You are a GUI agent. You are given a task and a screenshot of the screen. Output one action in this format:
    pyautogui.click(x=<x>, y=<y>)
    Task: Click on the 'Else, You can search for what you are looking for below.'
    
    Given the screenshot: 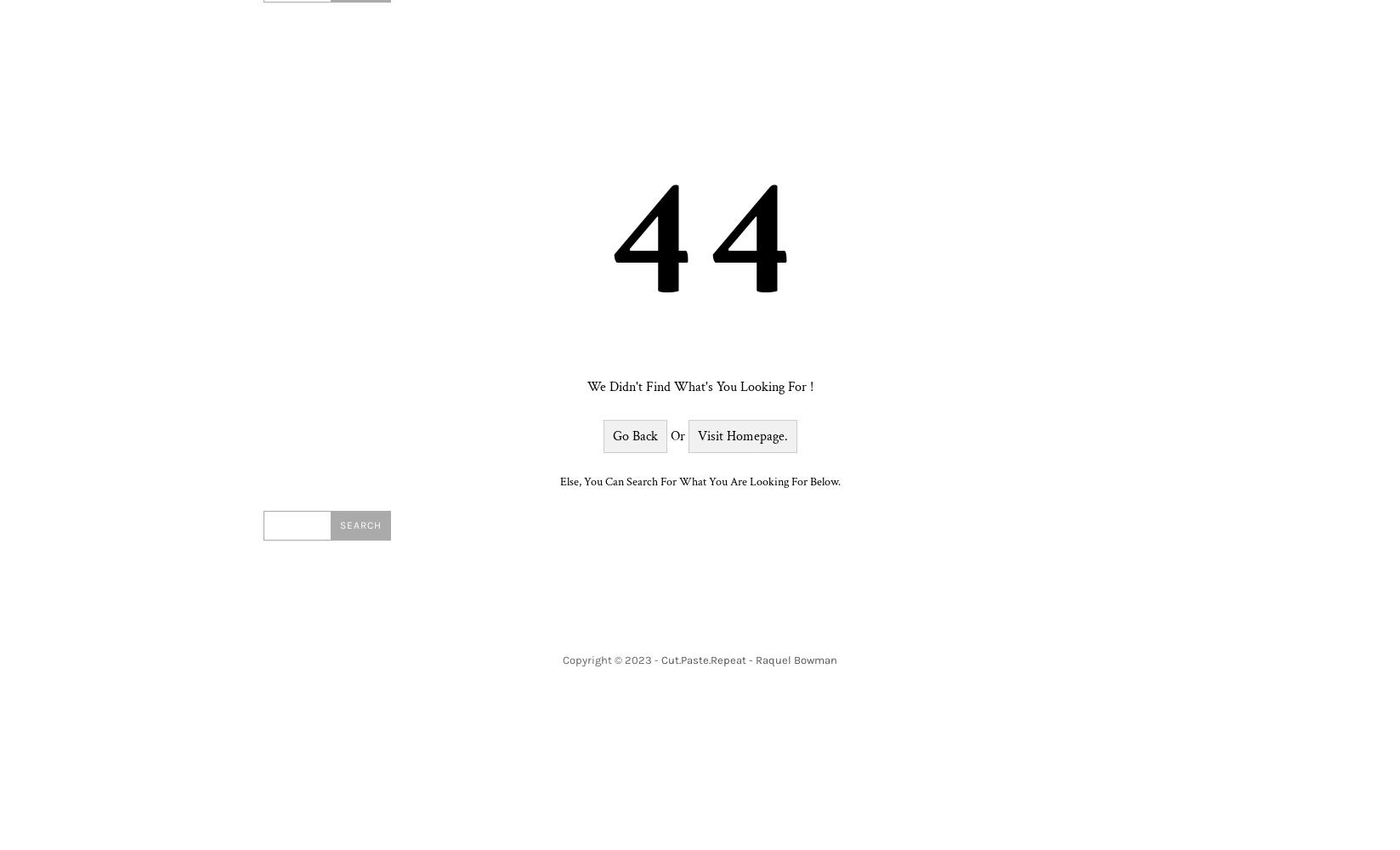 What is the action you would take?
    pyautogui.click(x=700, y=480)
    